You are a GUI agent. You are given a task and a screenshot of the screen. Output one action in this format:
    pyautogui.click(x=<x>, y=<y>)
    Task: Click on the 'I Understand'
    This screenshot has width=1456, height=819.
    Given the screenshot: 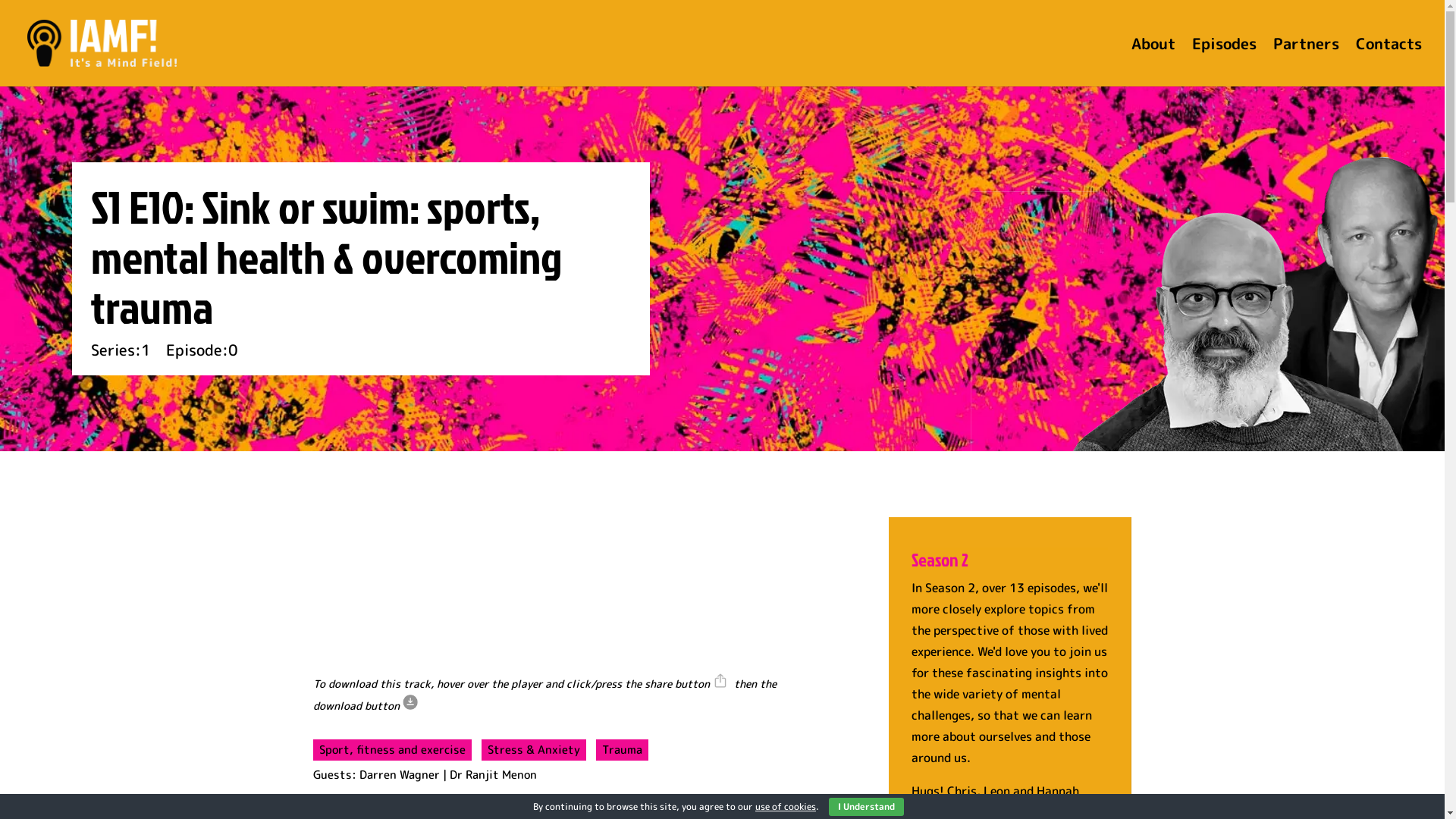 What is the action you would take?
    pyautogui.click(x=866, y=806)
    